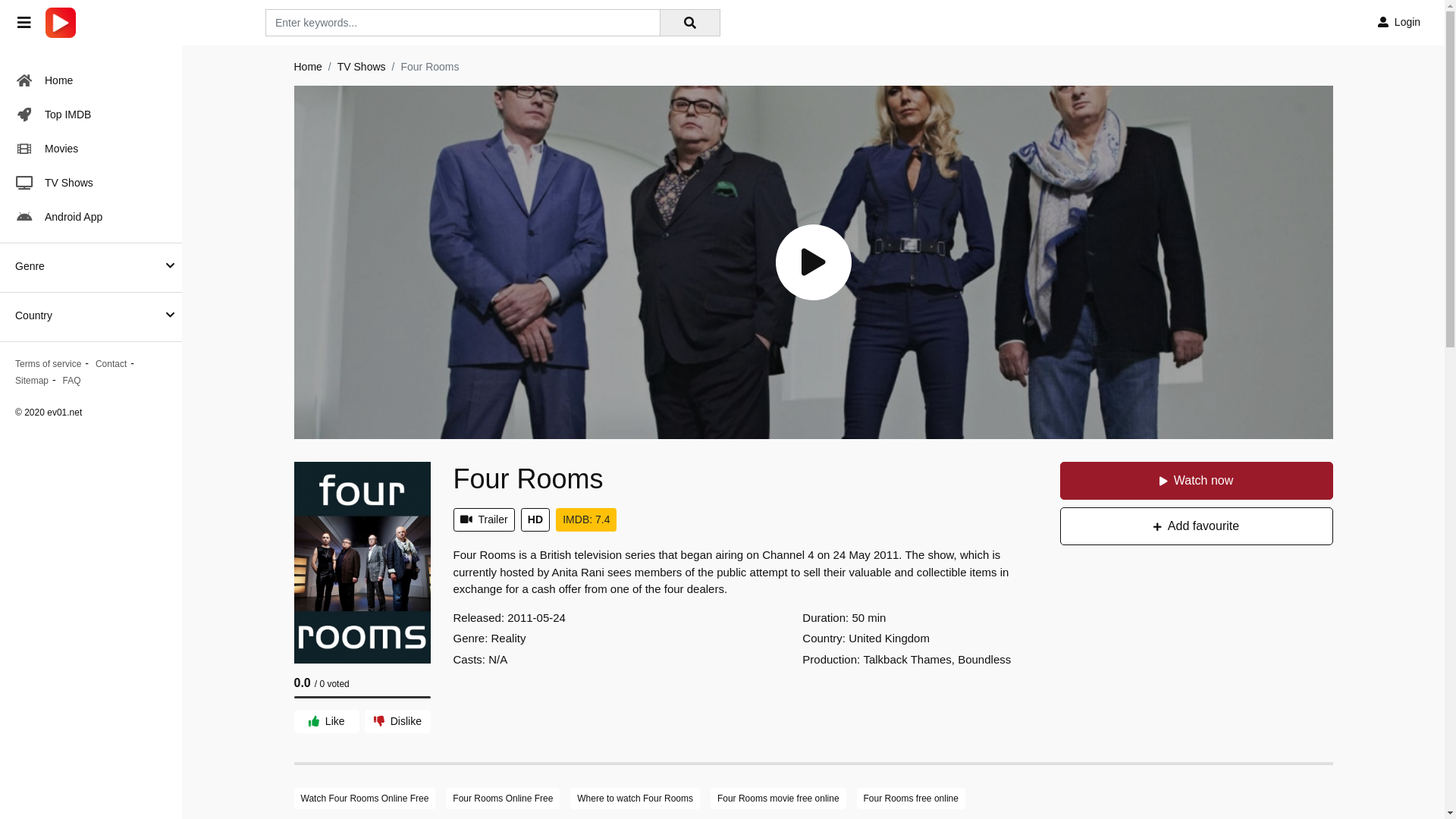 The height and width of the screenshot is (819, 1456). I want to click on 'ev01.net', so click(61, 23).